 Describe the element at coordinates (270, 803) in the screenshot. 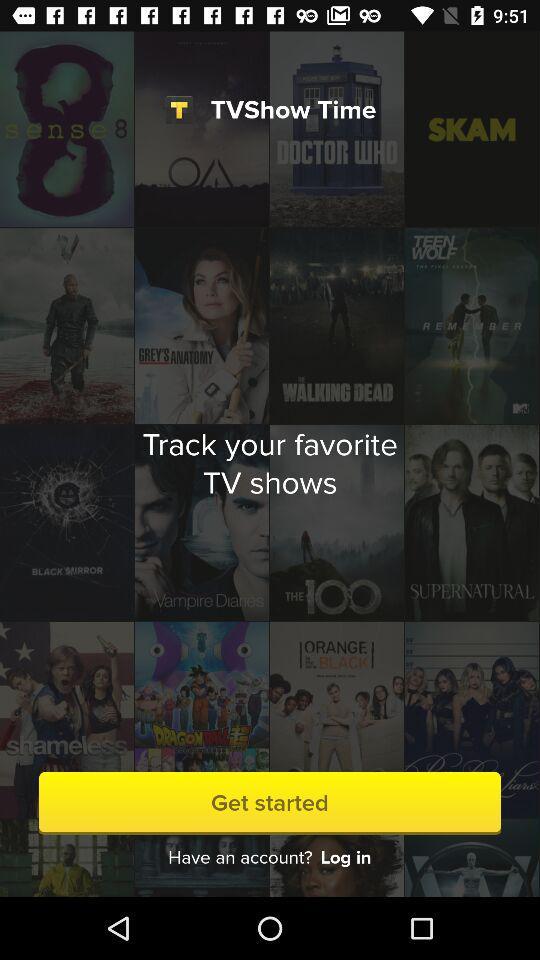

I see `the get started icon` at that location.